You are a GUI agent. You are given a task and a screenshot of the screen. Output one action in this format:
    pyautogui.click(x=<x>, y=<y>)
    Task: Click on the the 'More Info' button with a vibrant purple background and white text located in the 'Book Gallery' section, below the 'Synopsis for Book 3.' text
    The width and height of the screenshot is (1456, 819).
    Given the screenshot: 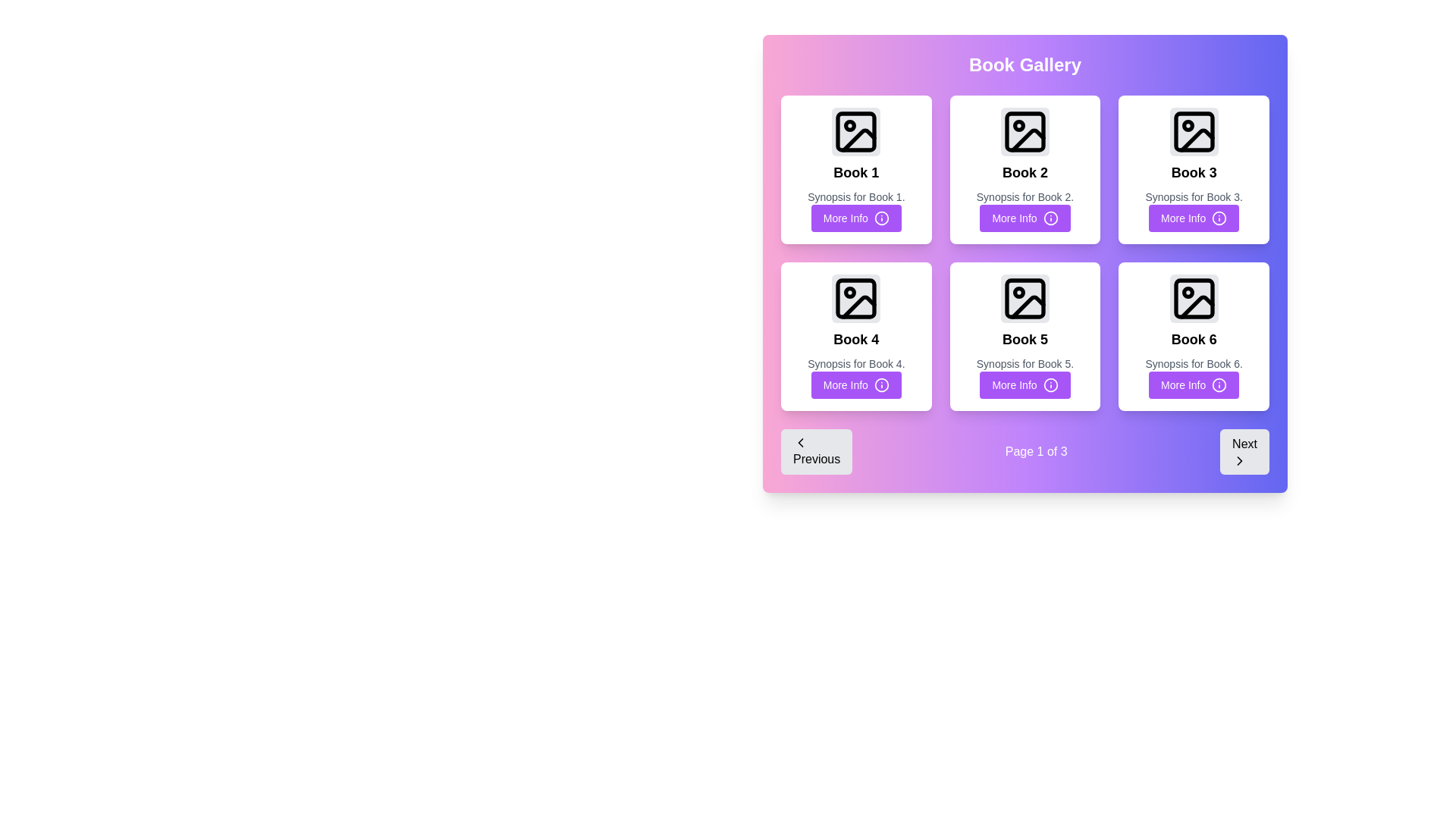 What is the action you would take?
    pyautogui.click(x=1193, y=218)
    